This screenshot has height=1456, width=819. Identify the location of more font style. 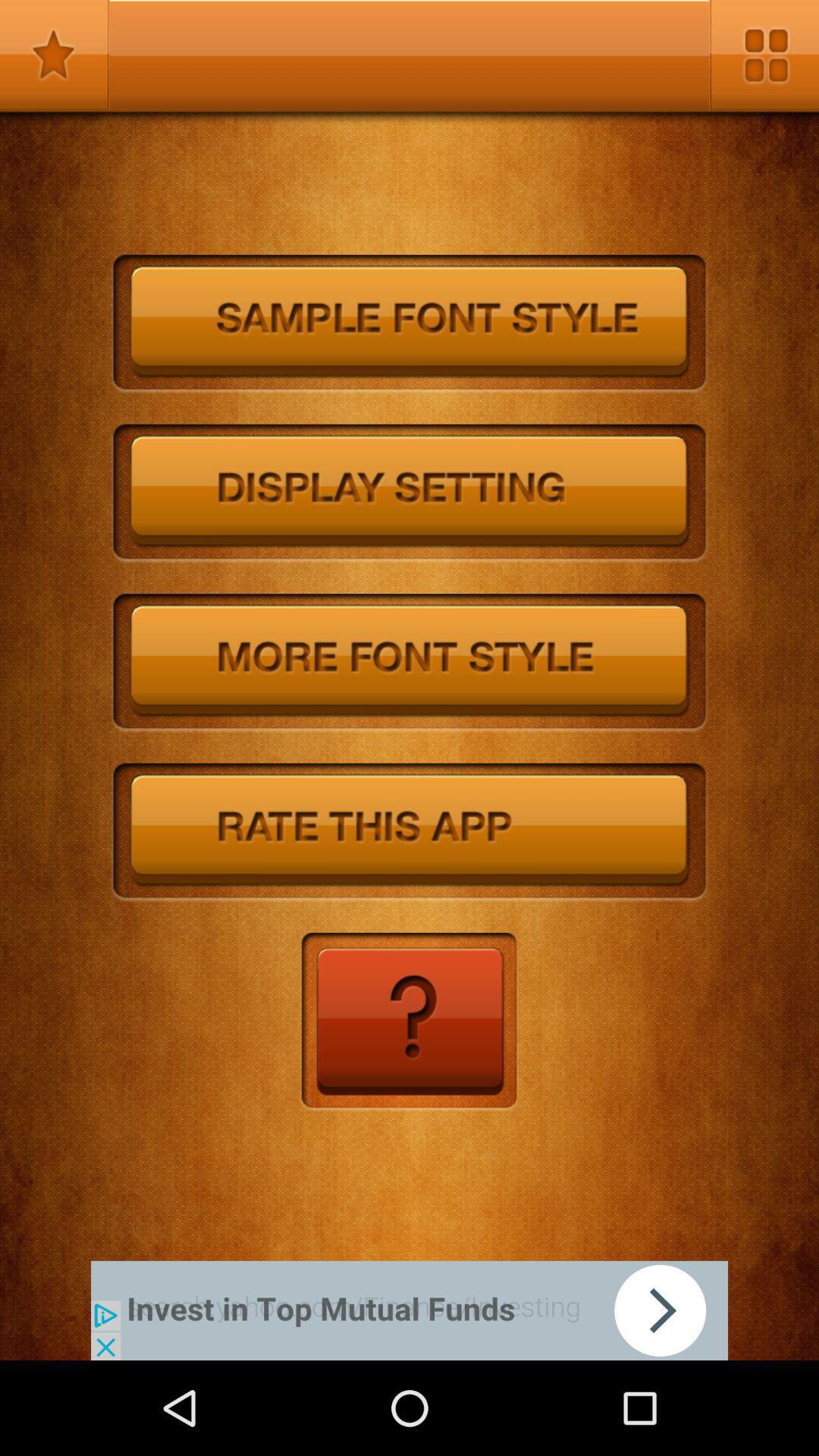
(409, 663).